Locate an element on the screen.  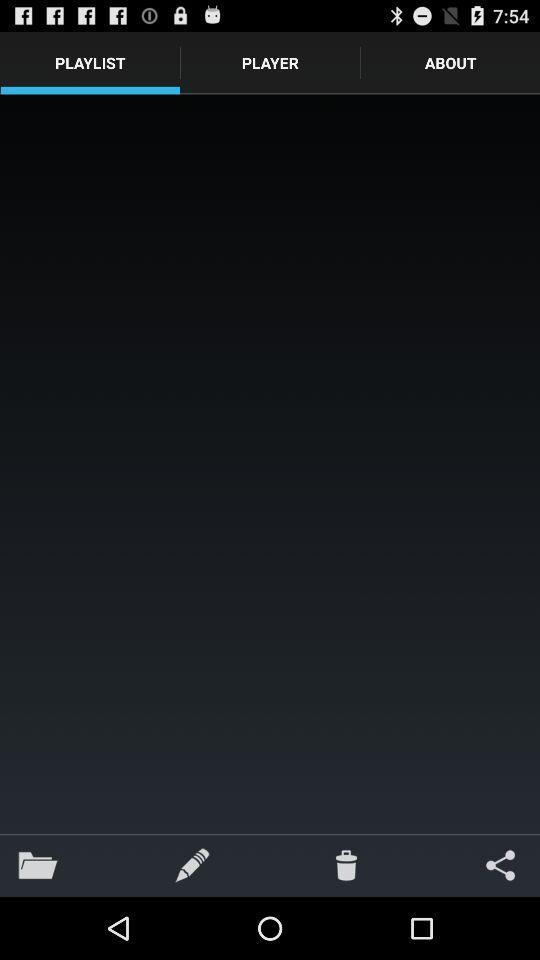
the icon at the center is located at coordinates (270, 464).